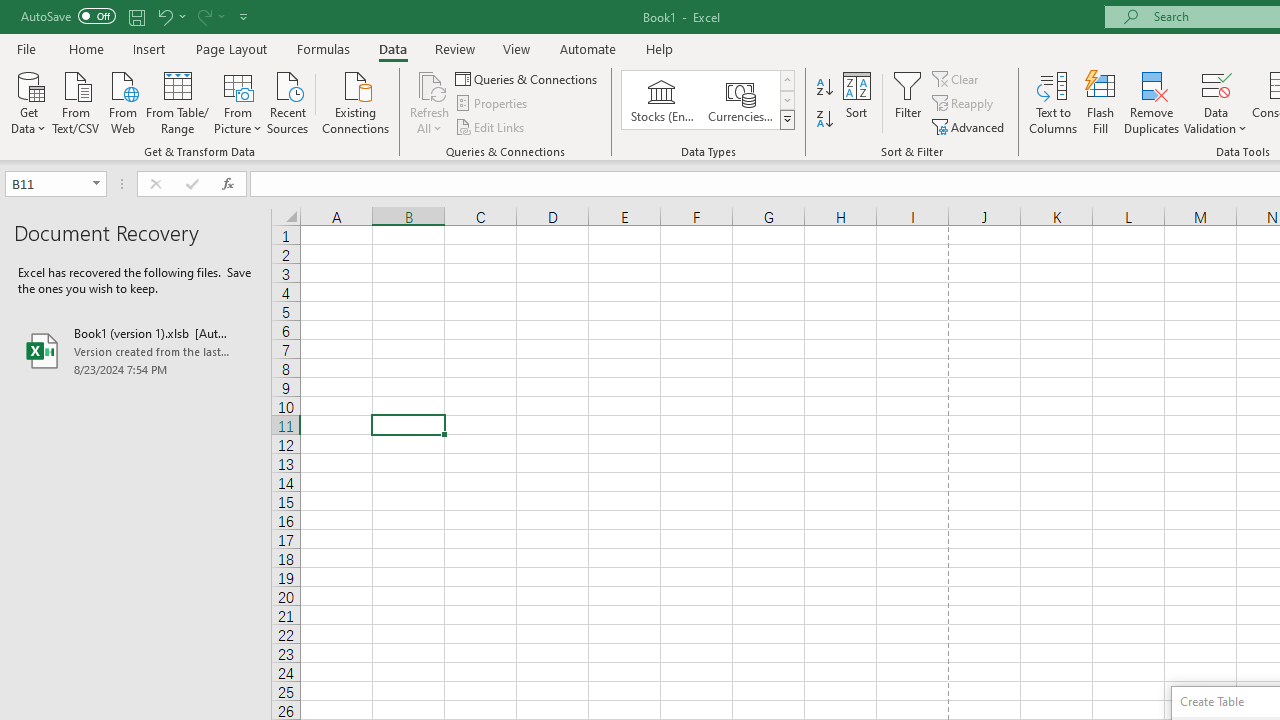 Image resolution: width=1280 pixels, height=720 pixels. Describe the element at coordinates (287, 101) in the screenshot. I see `'Recent Sources'` at that location.